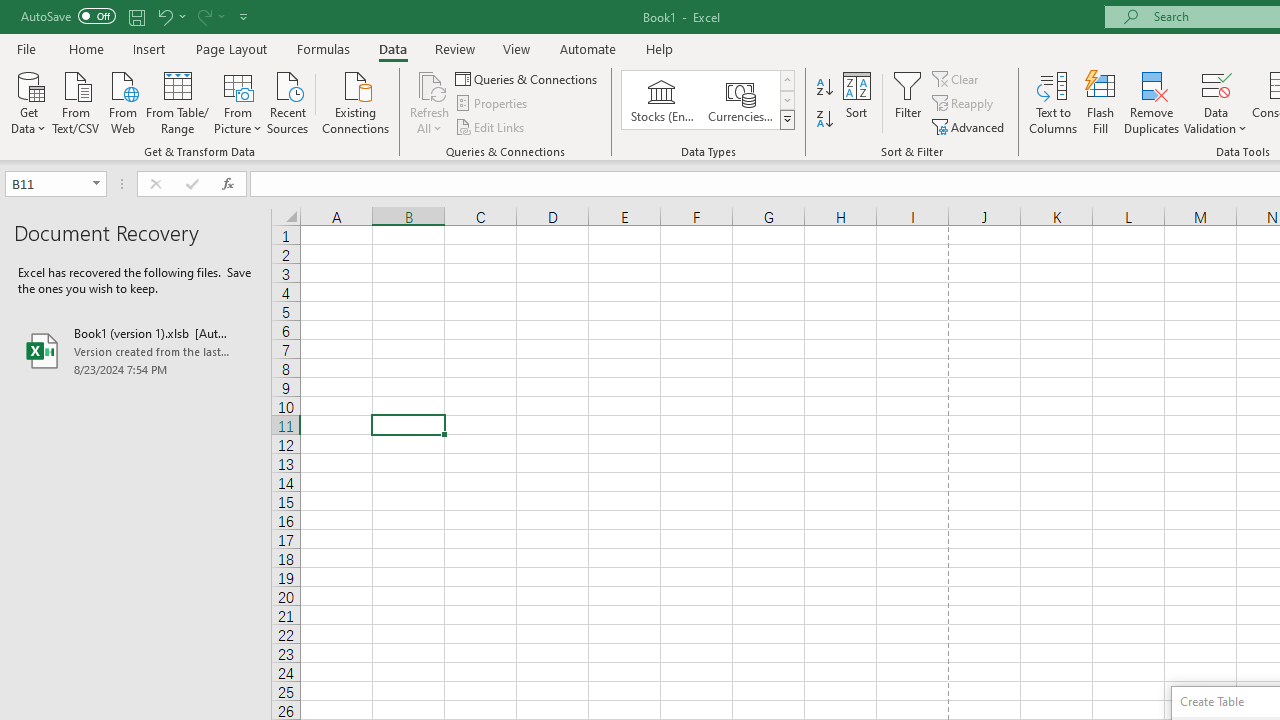 Image resolution: width=1280 pixels, height=720 pixels. Describe the element at coordinates (287, 101) in the screenshot. I see `'Recent Sources'` at that location.